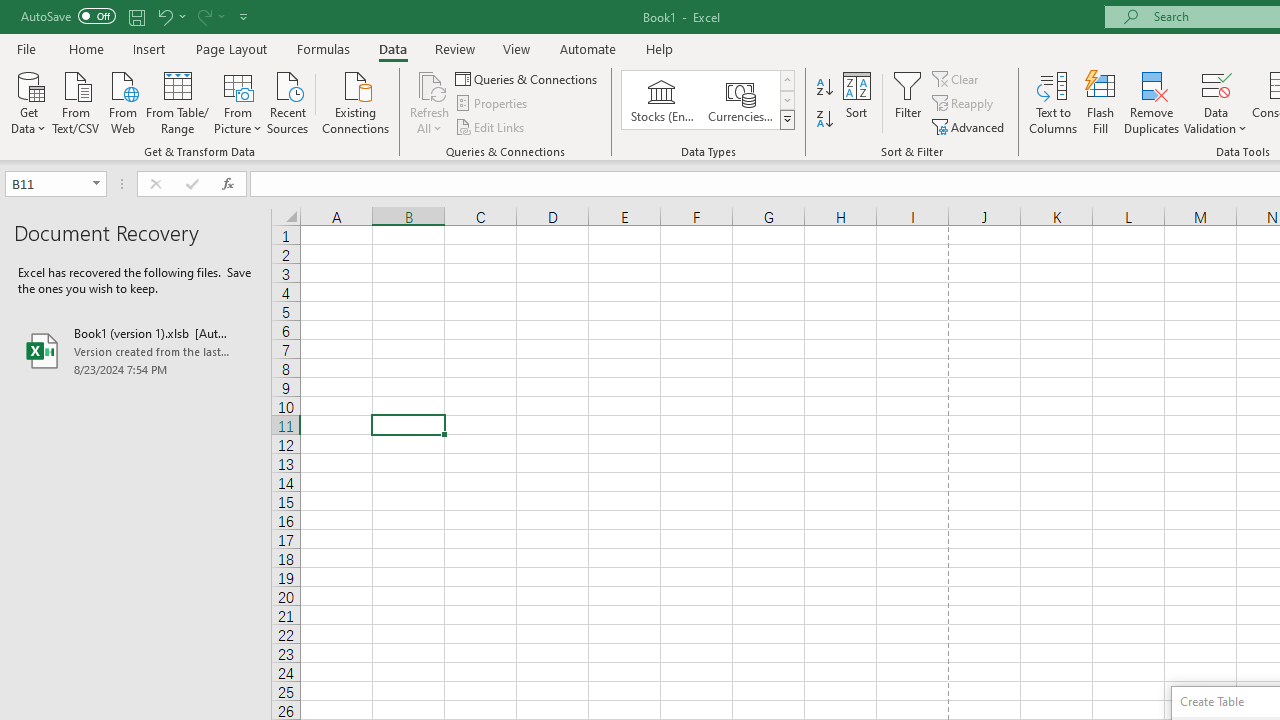 Image resolution: width=1280 pixels, height=720 pixels. Describe the element at coordinates (287, 101) in the screenshot. I see `'Recent Sources'` at that location.